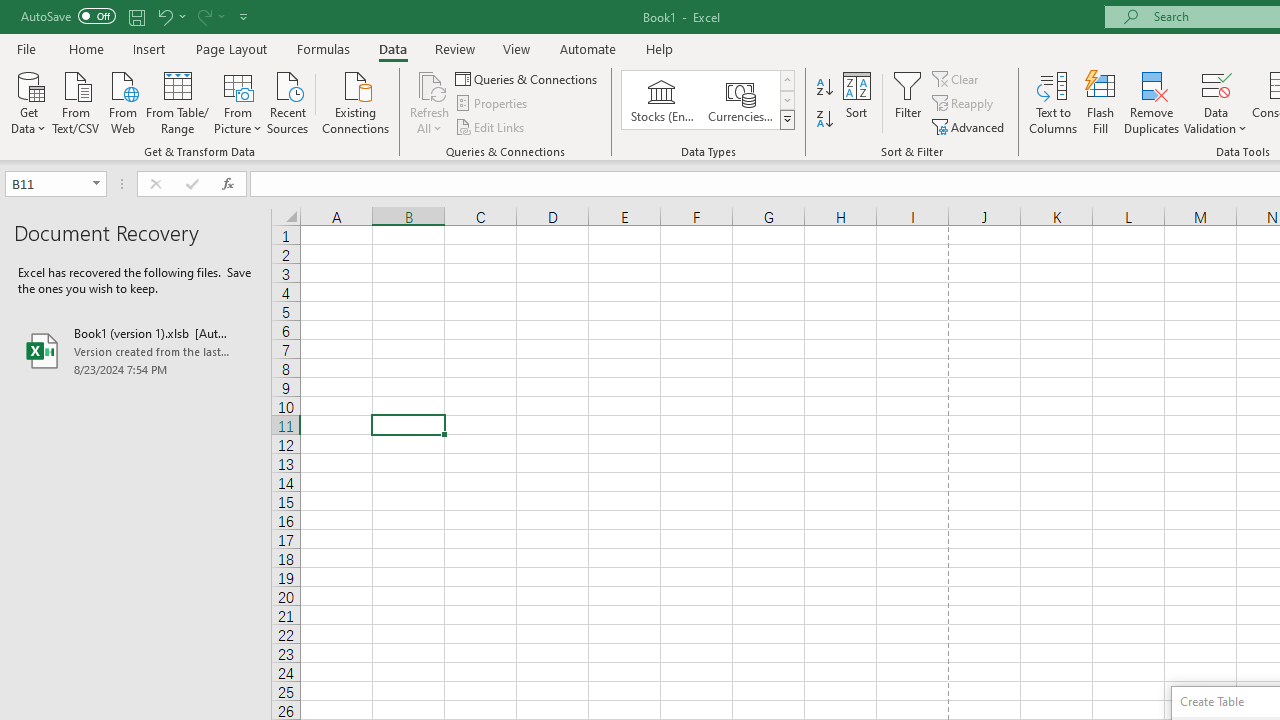 Image resolution: width=1280 pixels, height=720 pixels. Describe the element at coordinates (287, 101) in the screenshot. I see `'Recent Sources'` at that location.